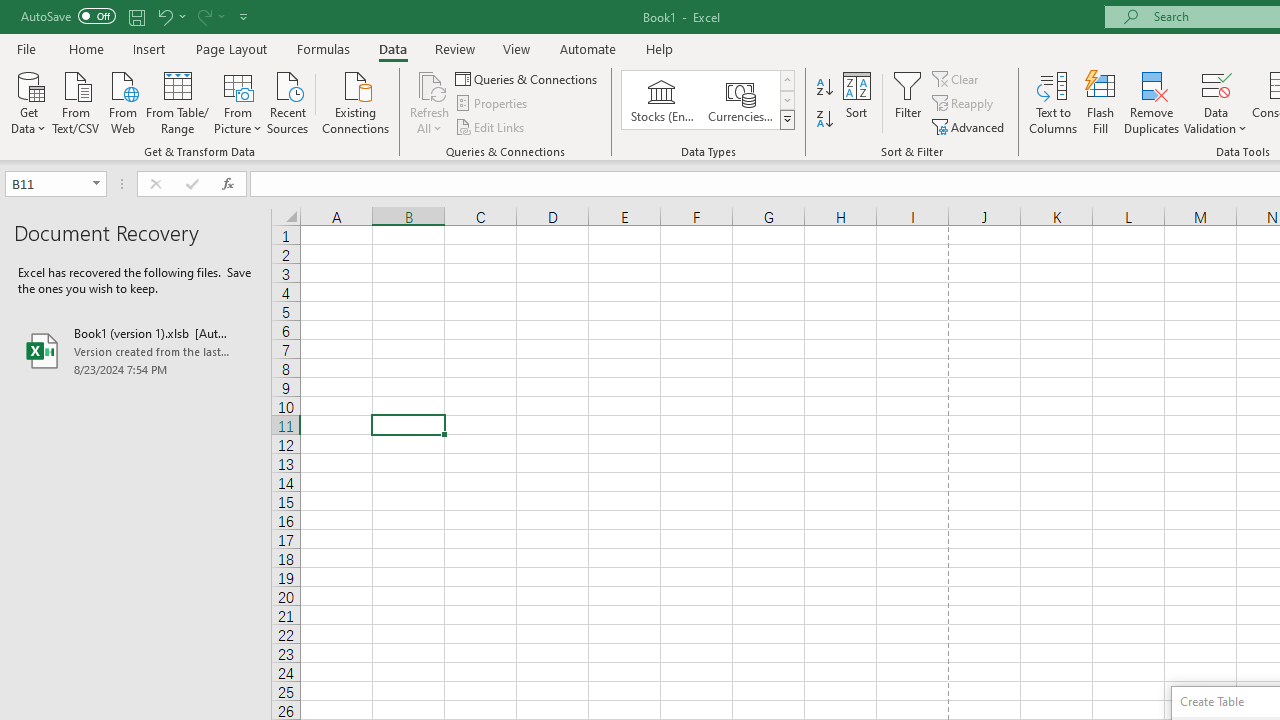 Image resolution: width=1280 pixels, height=720 pixels. Describe the element at coordinates (287, 101) in the screenshot. I see `'Recent Sources'` at that location.